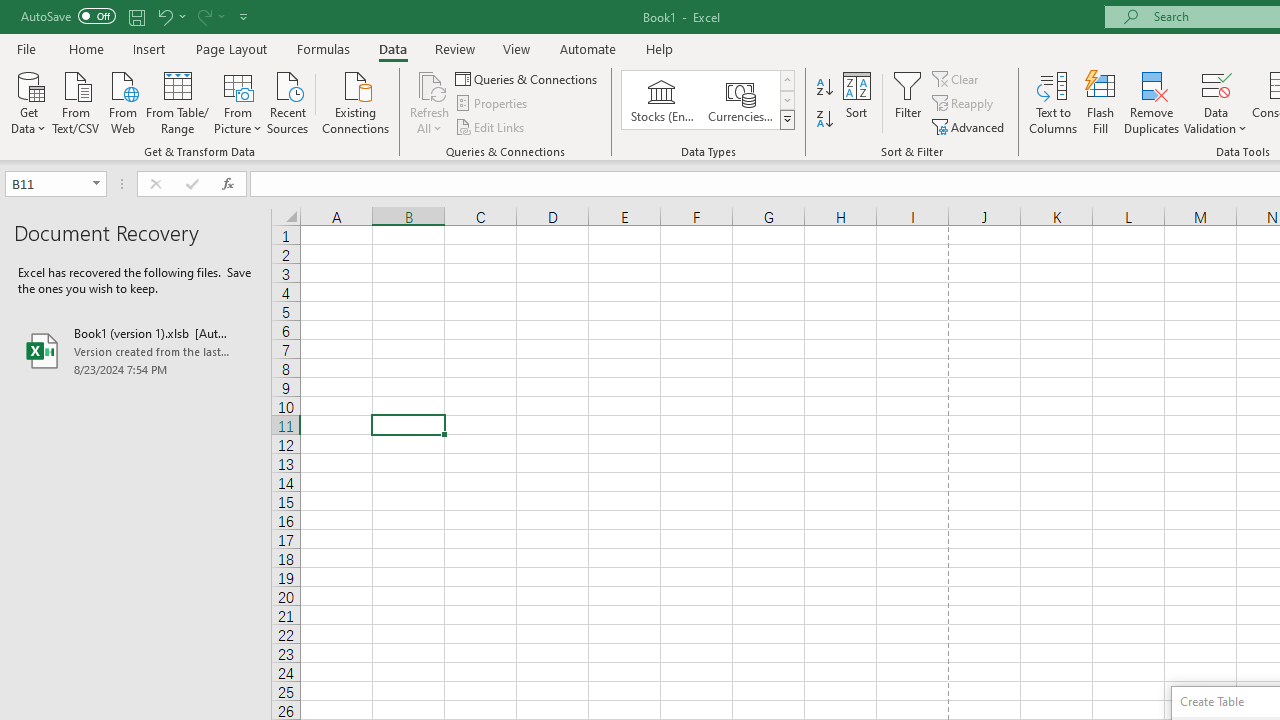 Image resolution: width=1280 pixels, height=720 pixels. Describe the element at coordinates (287, 101) in the screenshot. I see `'Recent Sources'` at that location.